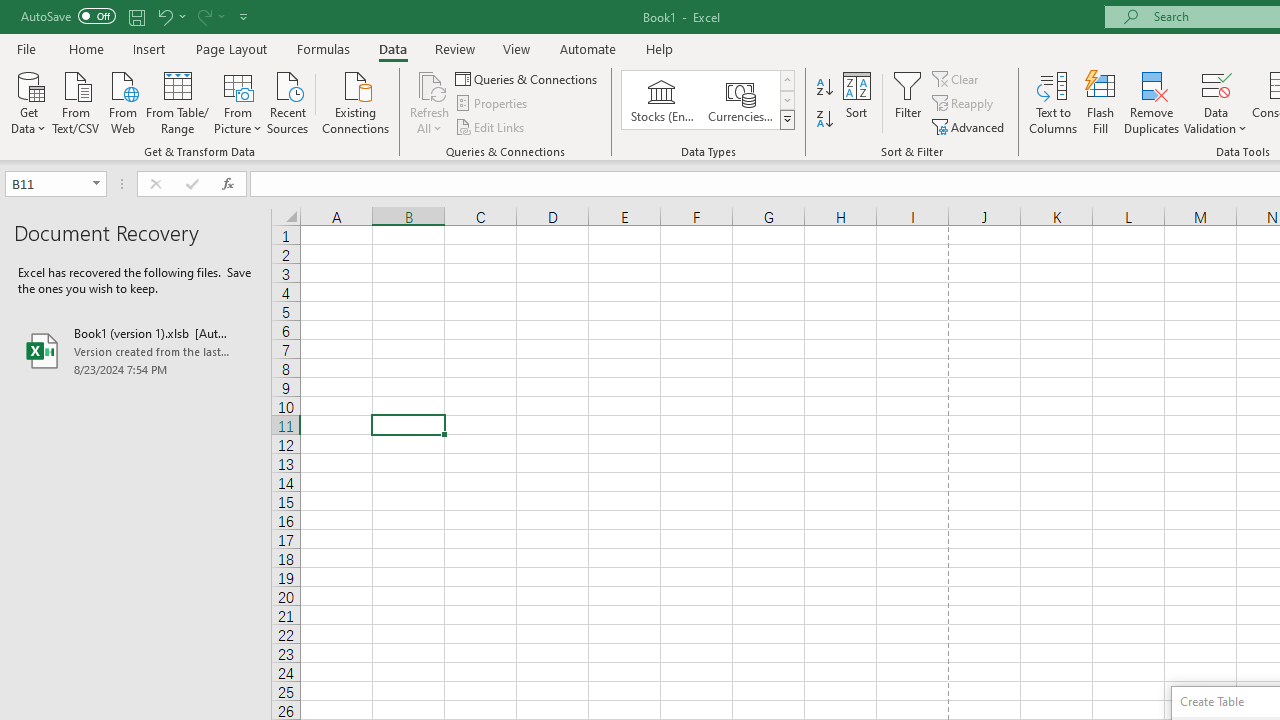 Image resolution: width=1280 pixels, height=720 pixels. Describe the element at coordinates (287, 101) in the screenshot. I see `'Recent Sources'` at that location.